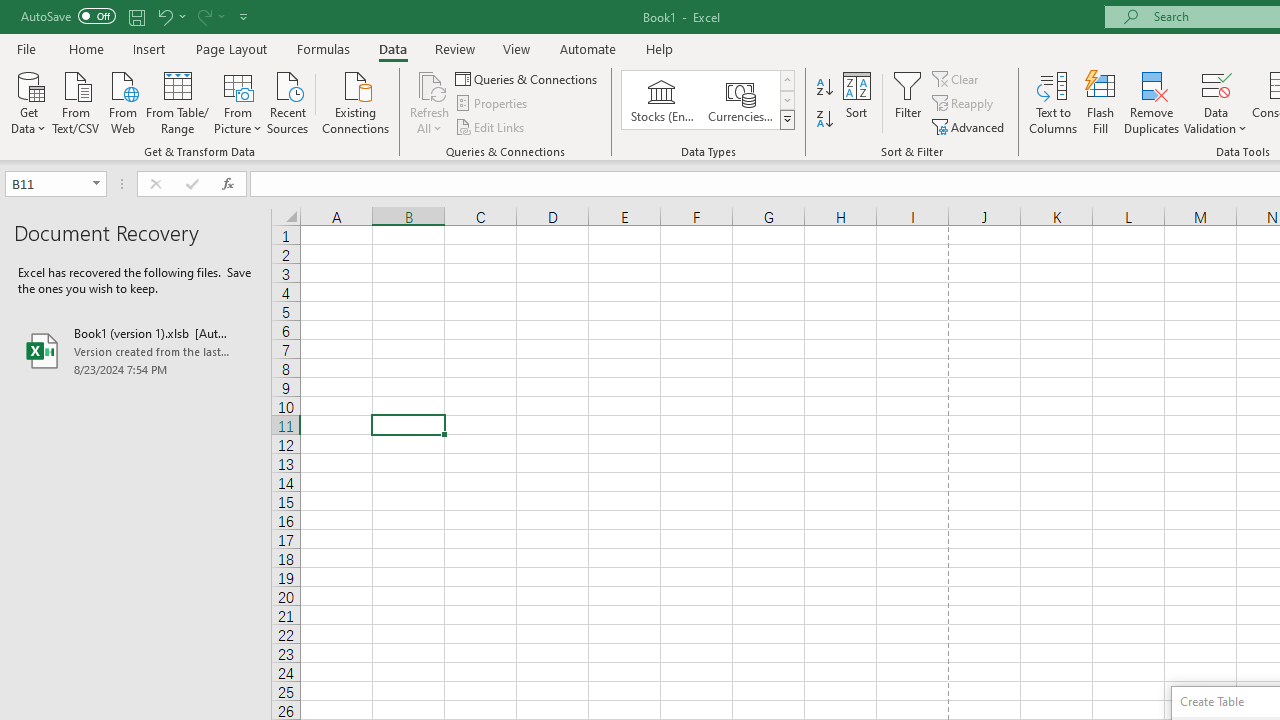 Image resolution: width=1280 pixels, height=720 pixels. Describe the element at coordinates (287, 101) in the screenshot. I see `'Recent Sources'` at that location.